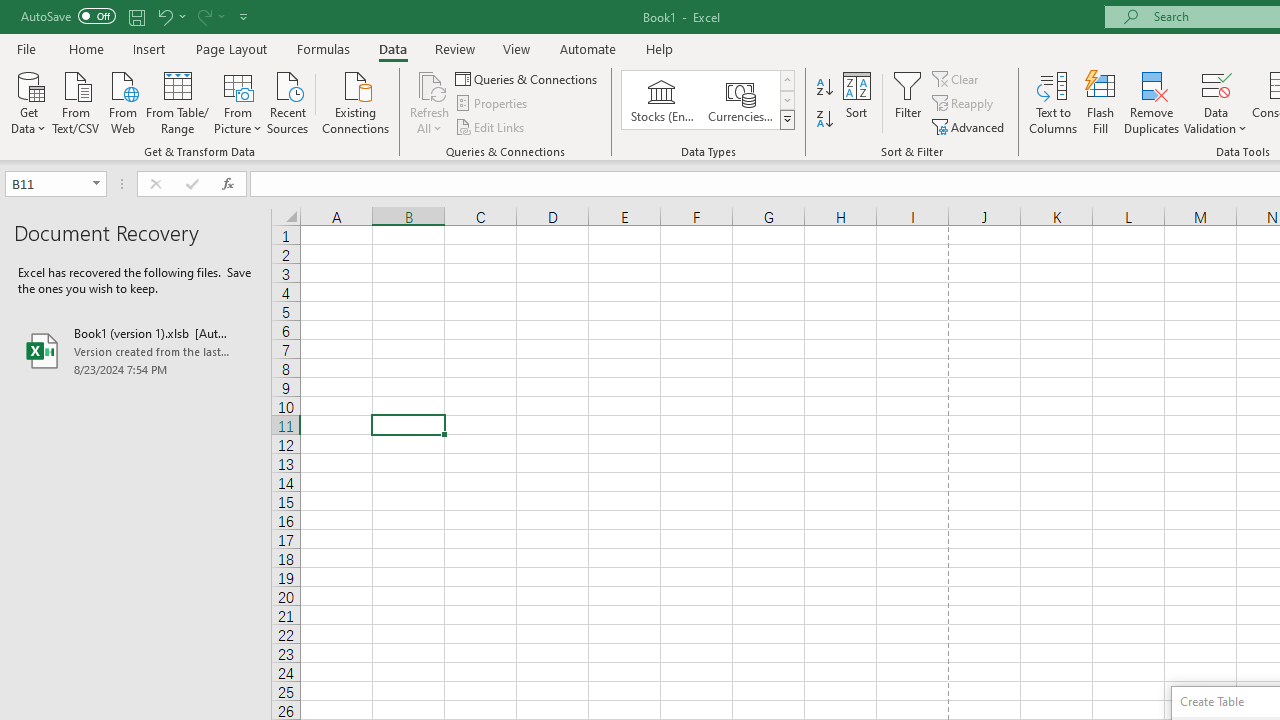 Image resolution: width=1280 pixels, height=720 pixels. Describe the element at coordinates (287, 101) in the screenshot. I see `'Recent Sources'` at that location.